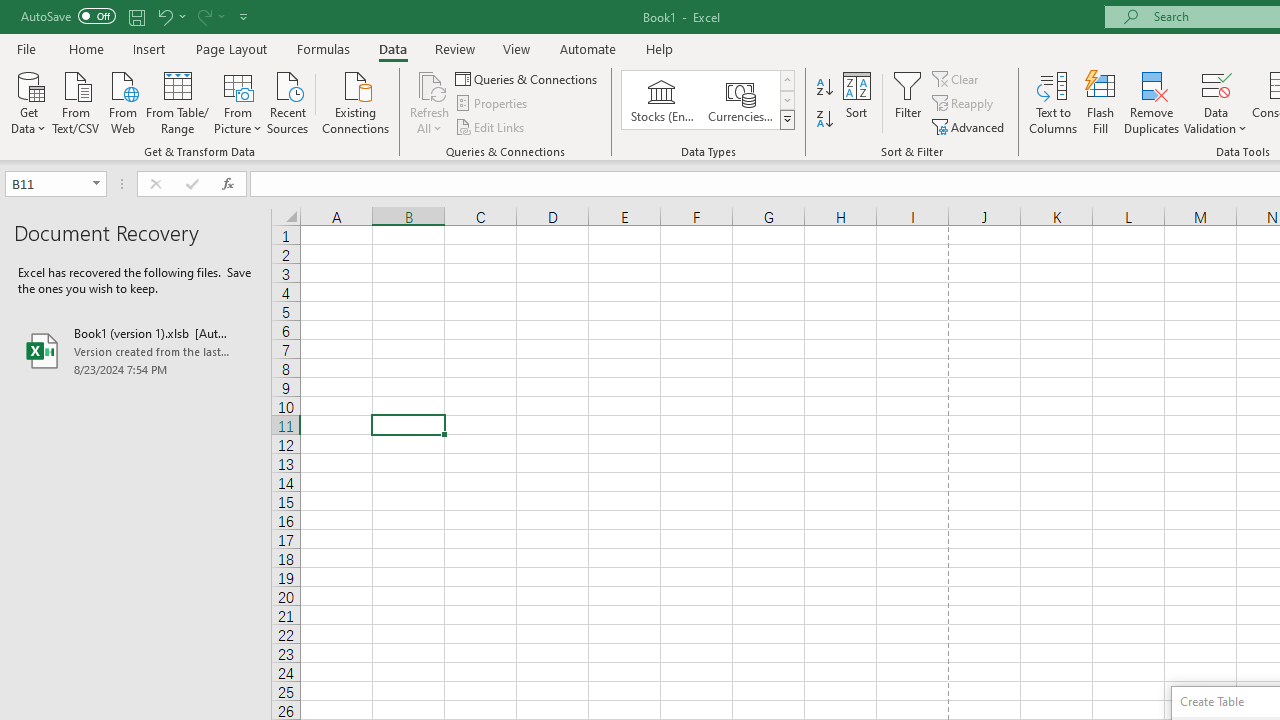 Image resolution: width=1280 pixels, height=720 pixels. Describe the element at coordinates (287, 101) in the screenshot. I see `'Recent Sources'` at that location.